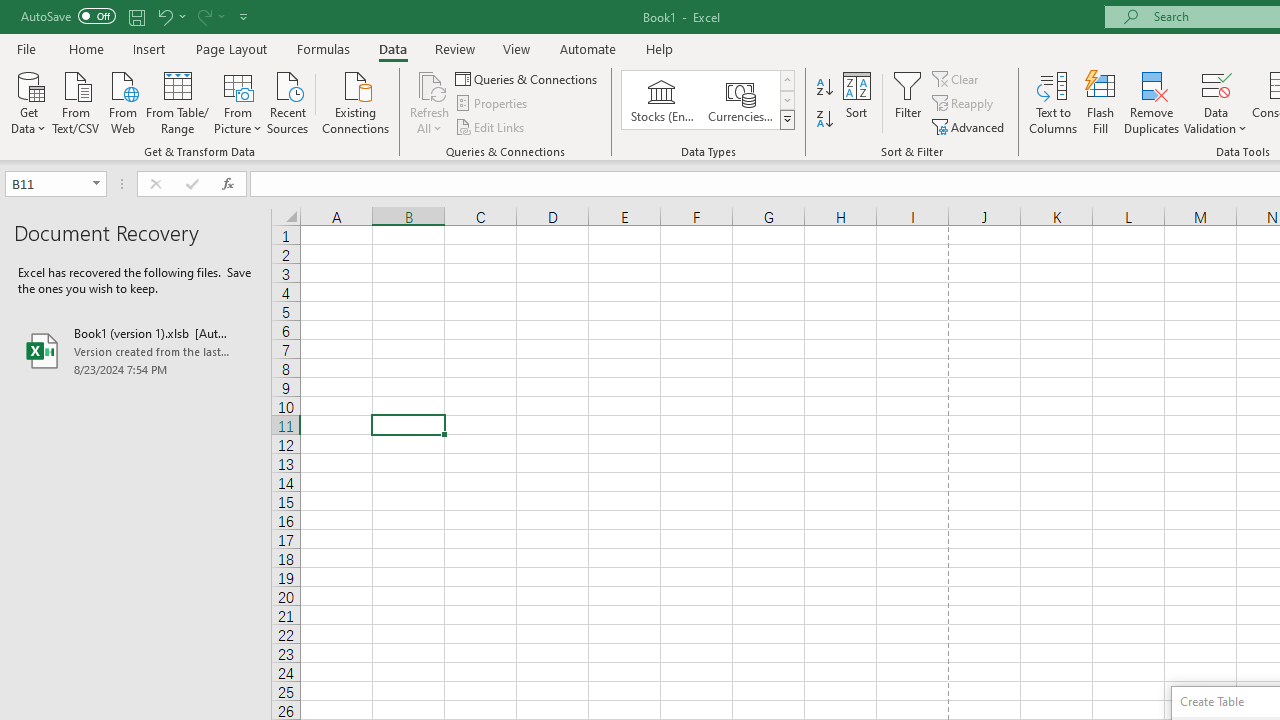 Image resolution: width=1280 pixels, height=720 pixels. Describe the element at coordinates (287, 101) in the screenshot. I see `'Recent Sources'` at that location.